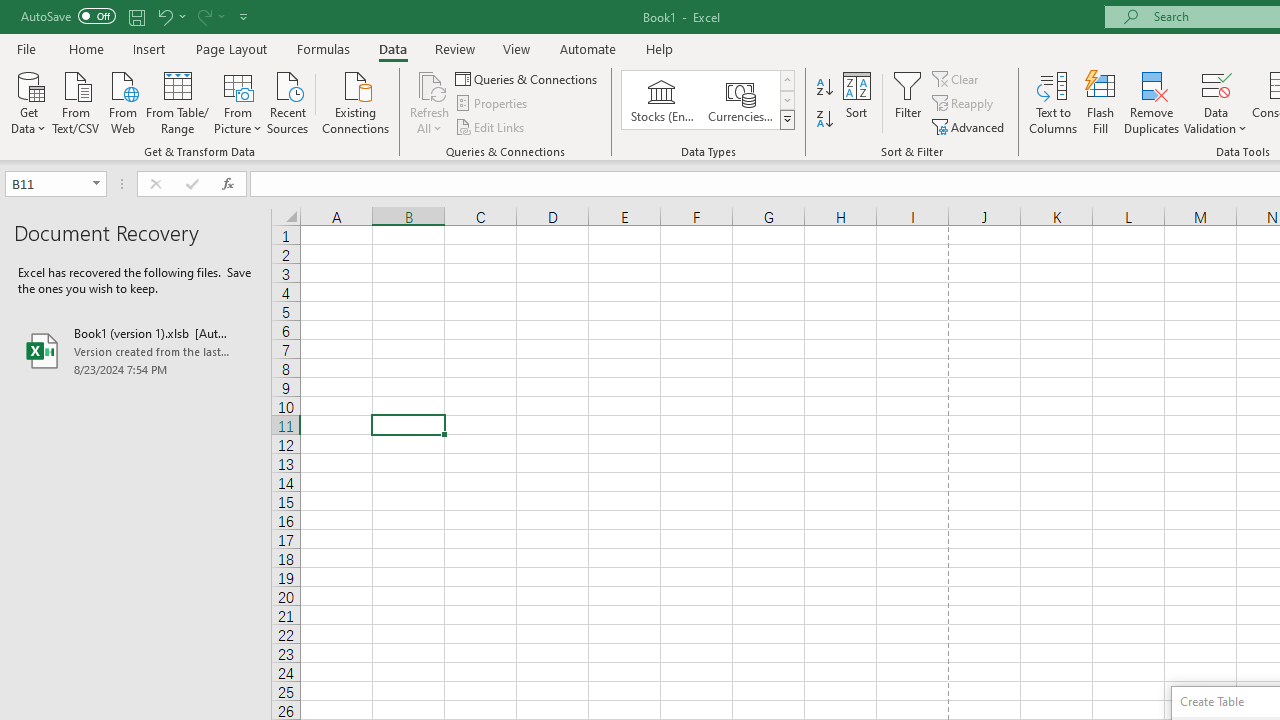 Image resolution: width=1280 pixels, height=720 pixels. Describe the element at coordinates (287, 101) in the screenshot. I see `'Recent Sources'` at that location.